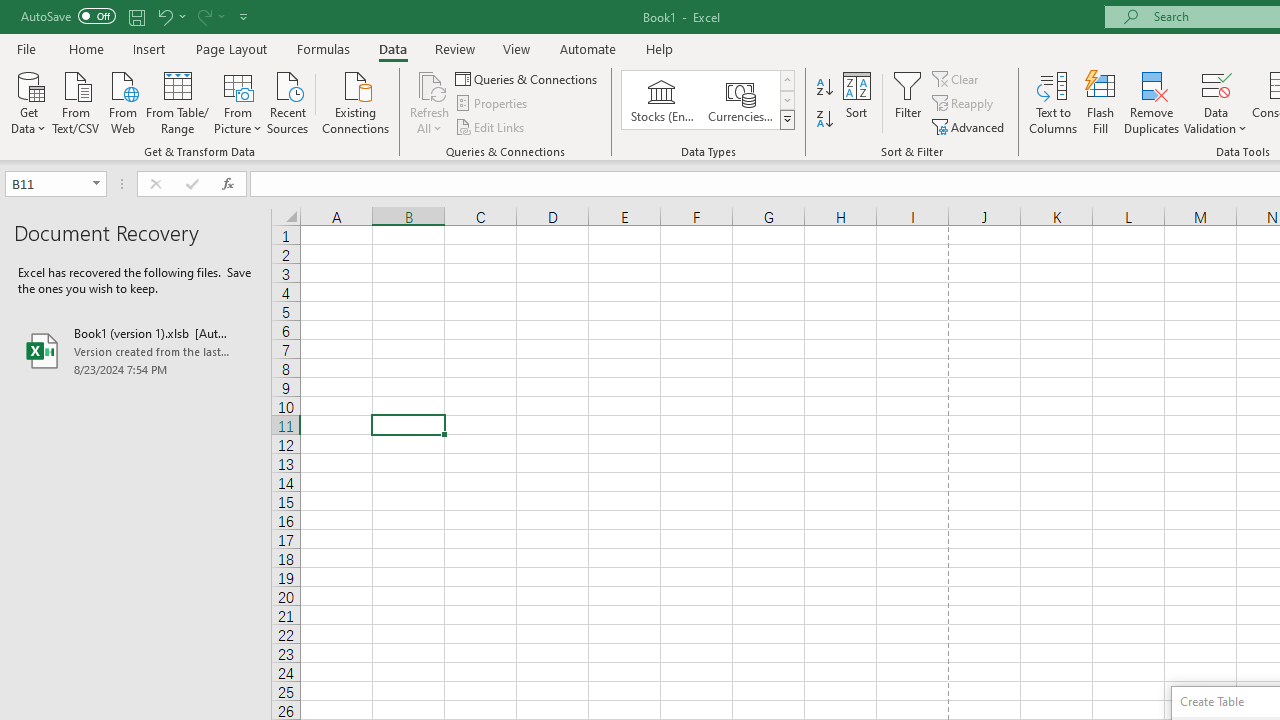 Image resolution: width=1280 pixels, height=720 pixels. Describe the element at coordinates (287, 101) in the screenshot. I see `'Recent Sources'` at that location.